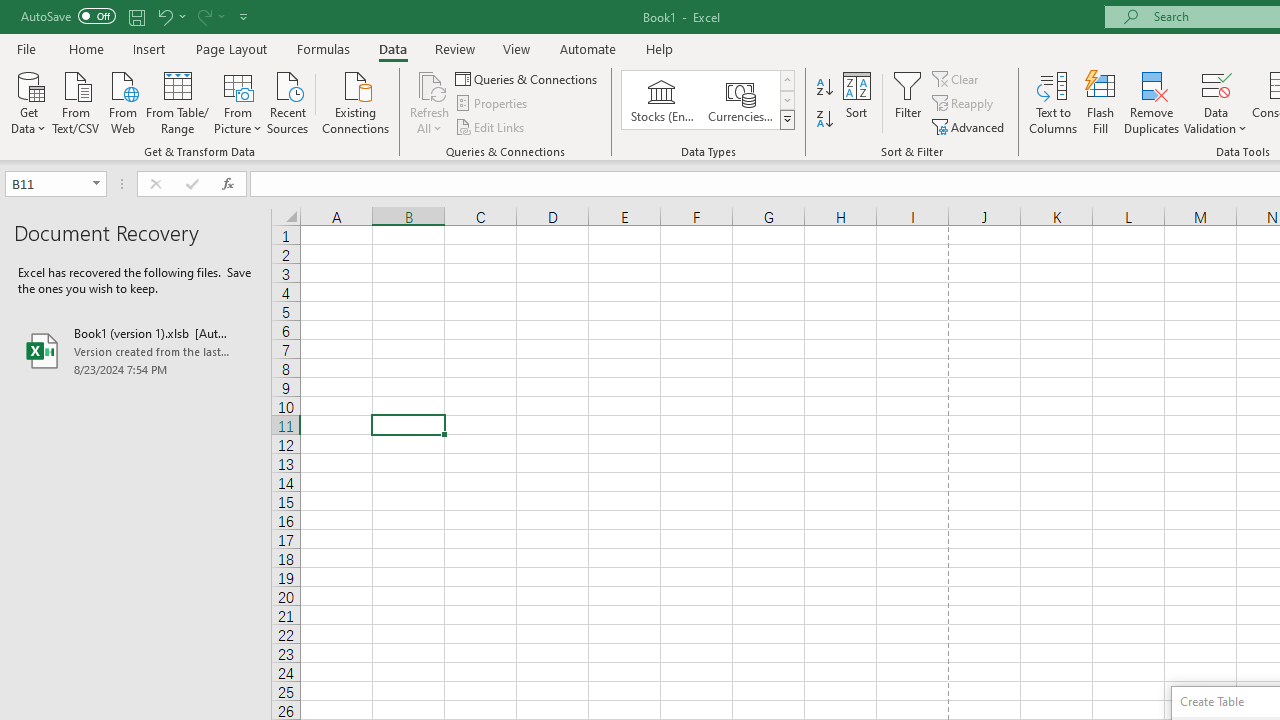 Image resolution: width=1280 pixels, height=720 pixels. Describe the element at coordinates (287, 101) in the screenshot. I see `'Recent Sources'` at that location.